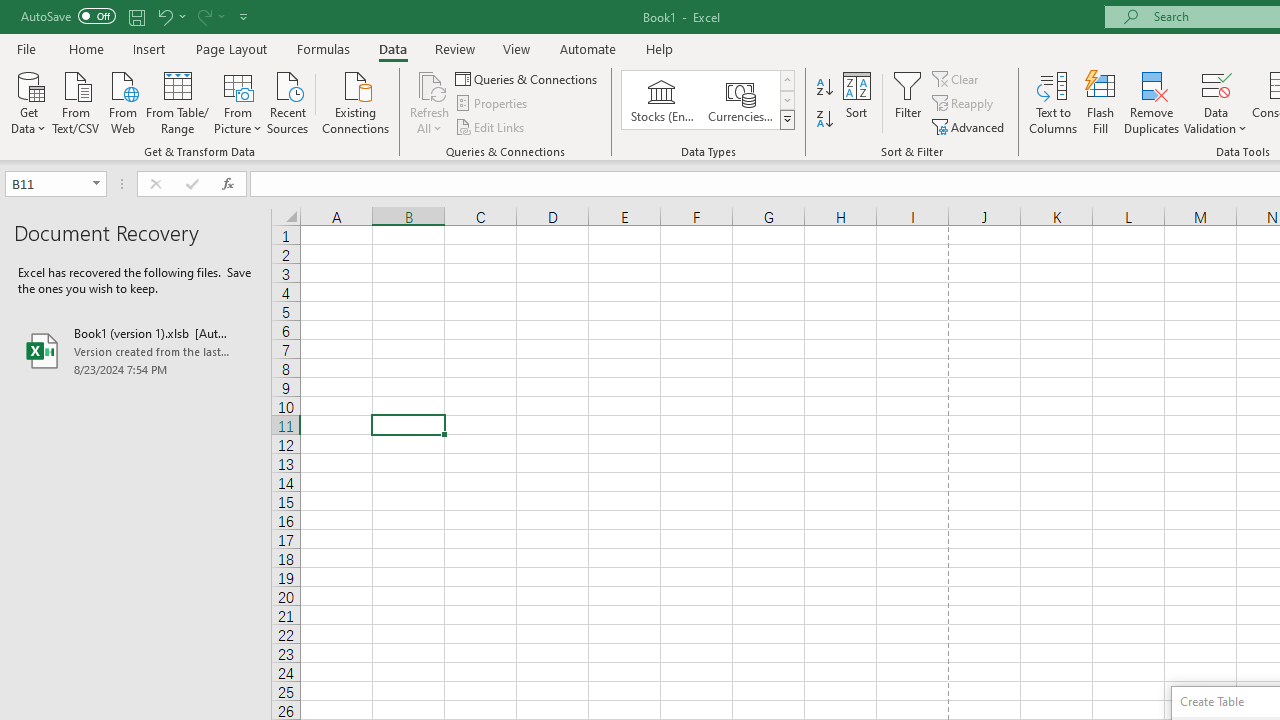 Image resolution: width=1280 pixels, height=720 pixels. Describe the element at coordinates (287, 101) in the screenshot. I see `'Recent Sources'` at that location.